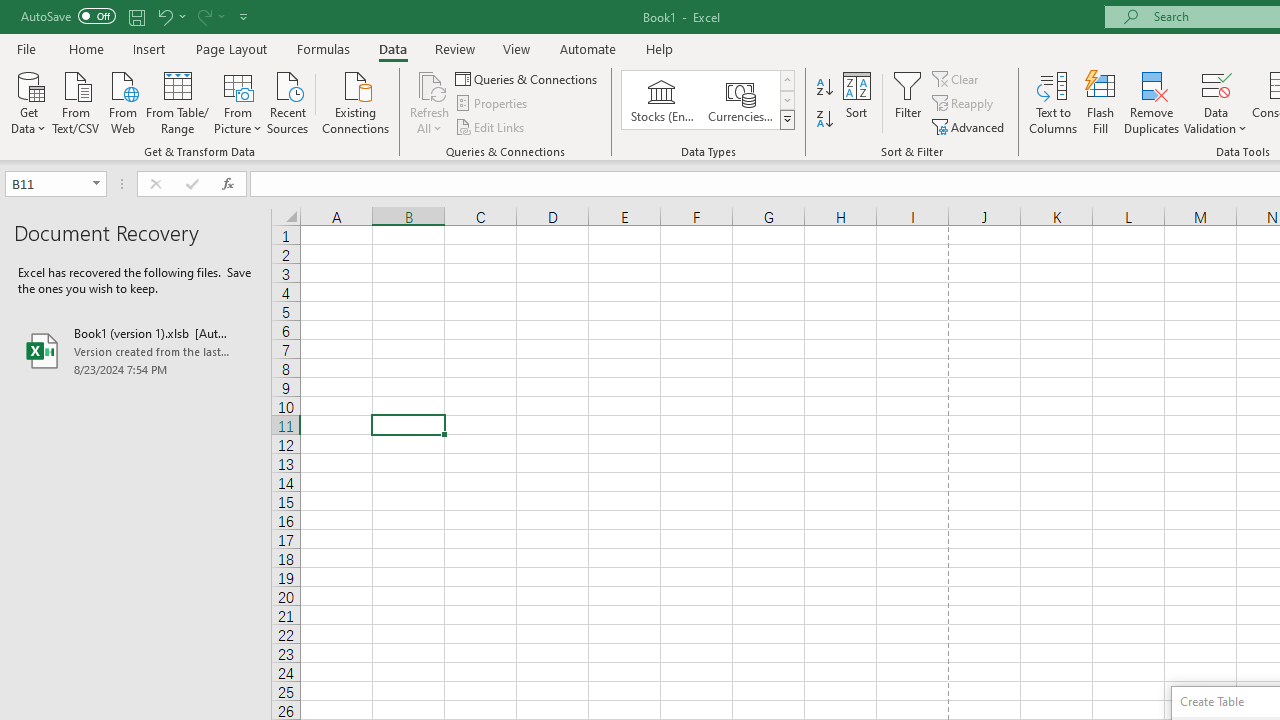 Image resolution: width=1280 pixels, height=720 pixels. Describe the element at coordinates (287, 101) in the screenshot. I see `'Recent Sources'` at that location.